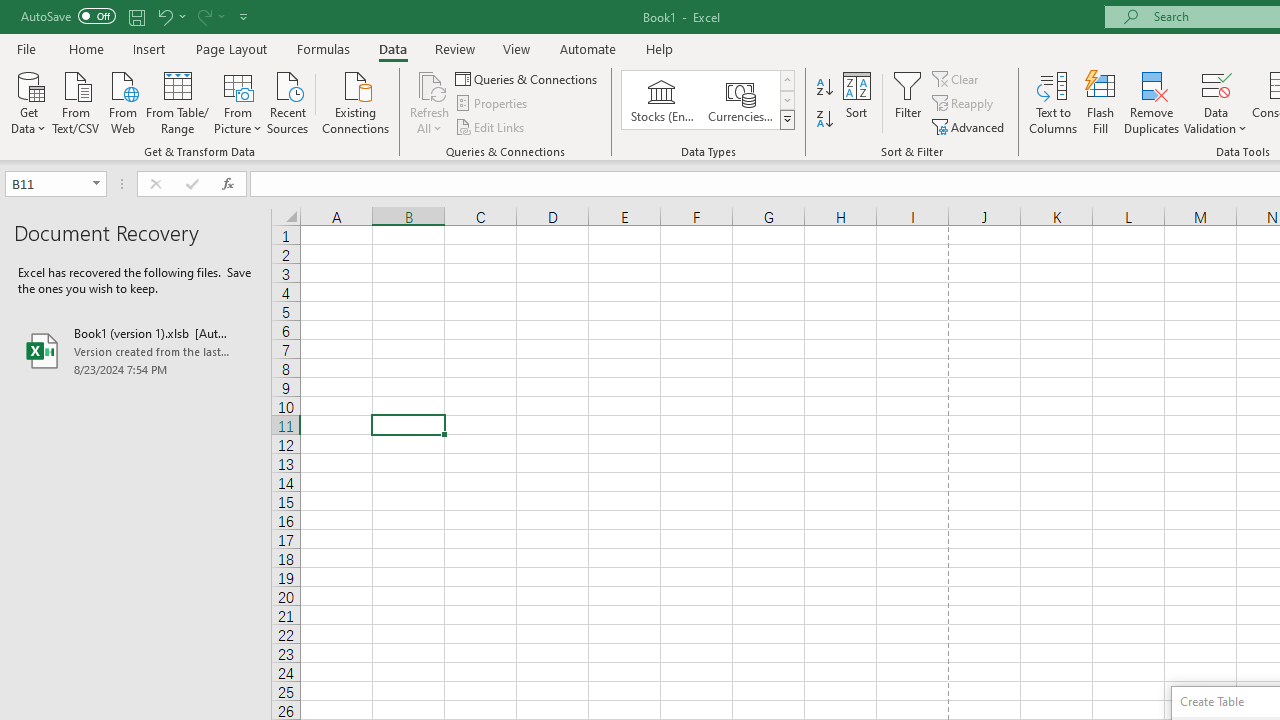 Image resolution: width=1280 pixels, height=720 pixels. Describe the element at coordinates (287, 101) in the screenshot. I see `'Recent Sources'` at that location.